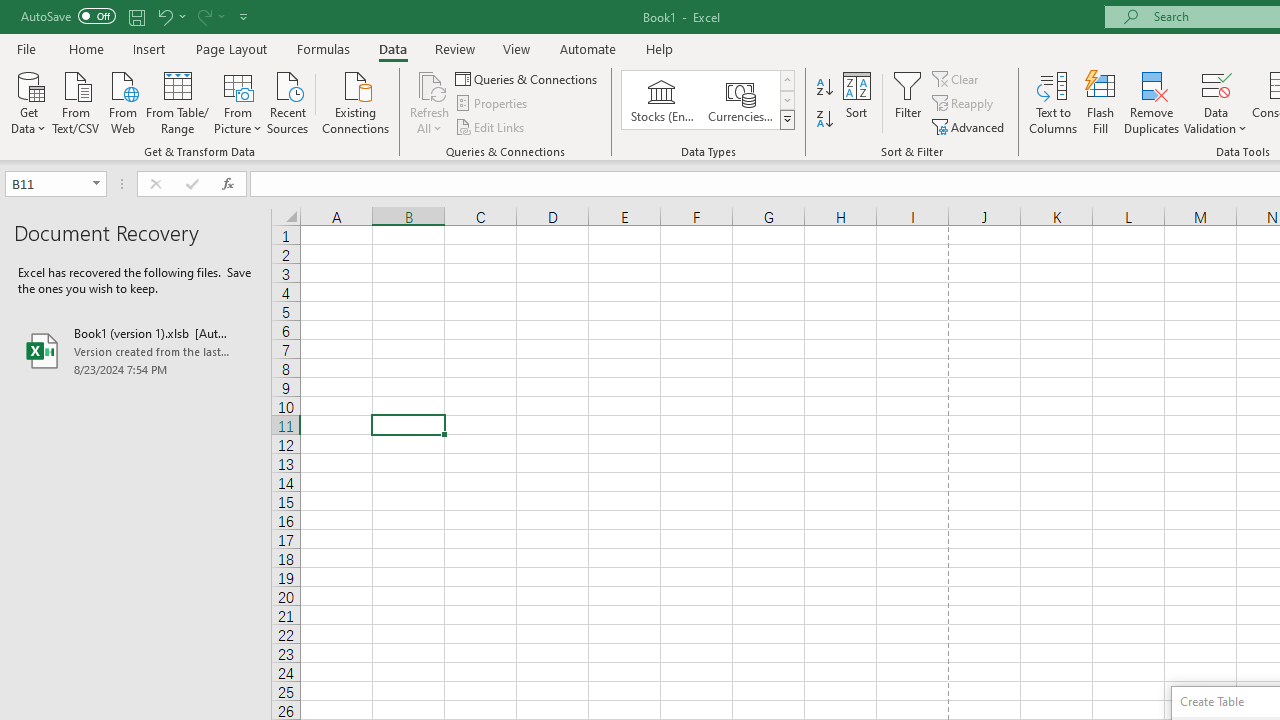 Image resolution: width=1280 pixels, height=720 pixels. Describe the element at coordinates (287, 101) in the screenshot. I see `'Recent Sources'` at that location.